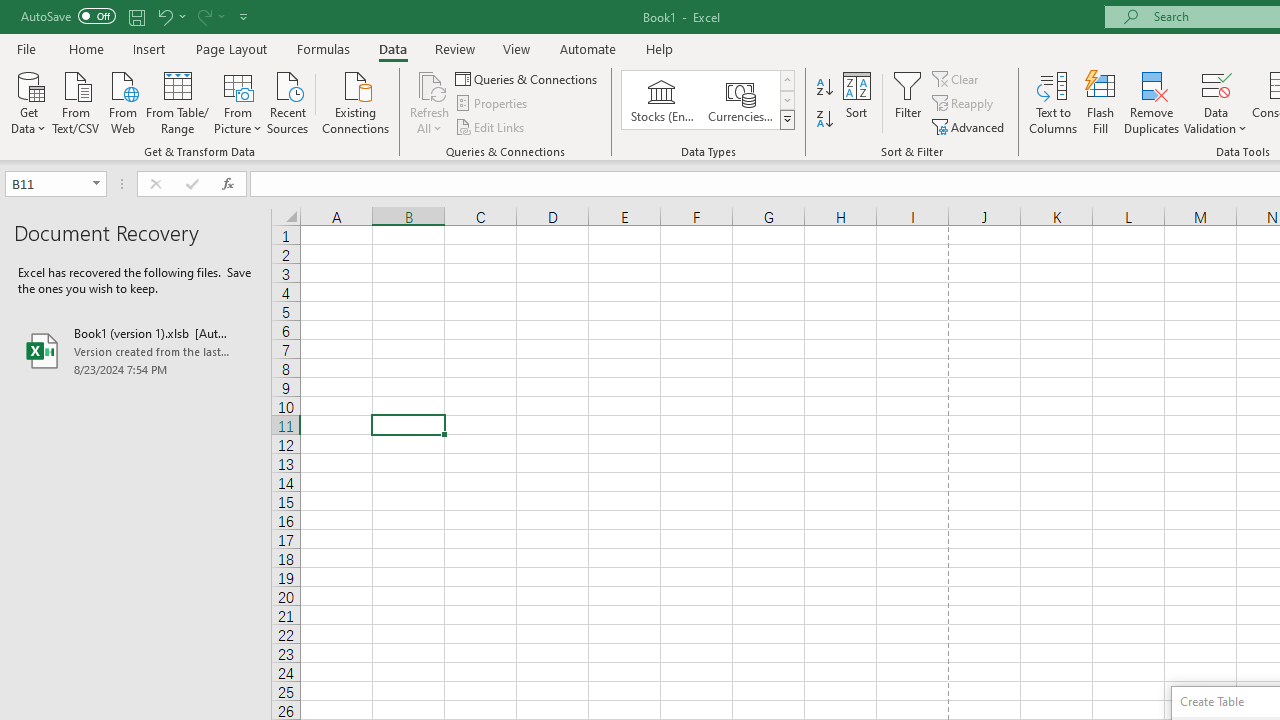 Image resolution: width=1280 pixels, height=720 pixels. Describe the element at coordinates (287, 101) in the screenshot. I see `'Recent Sources'` at that location.